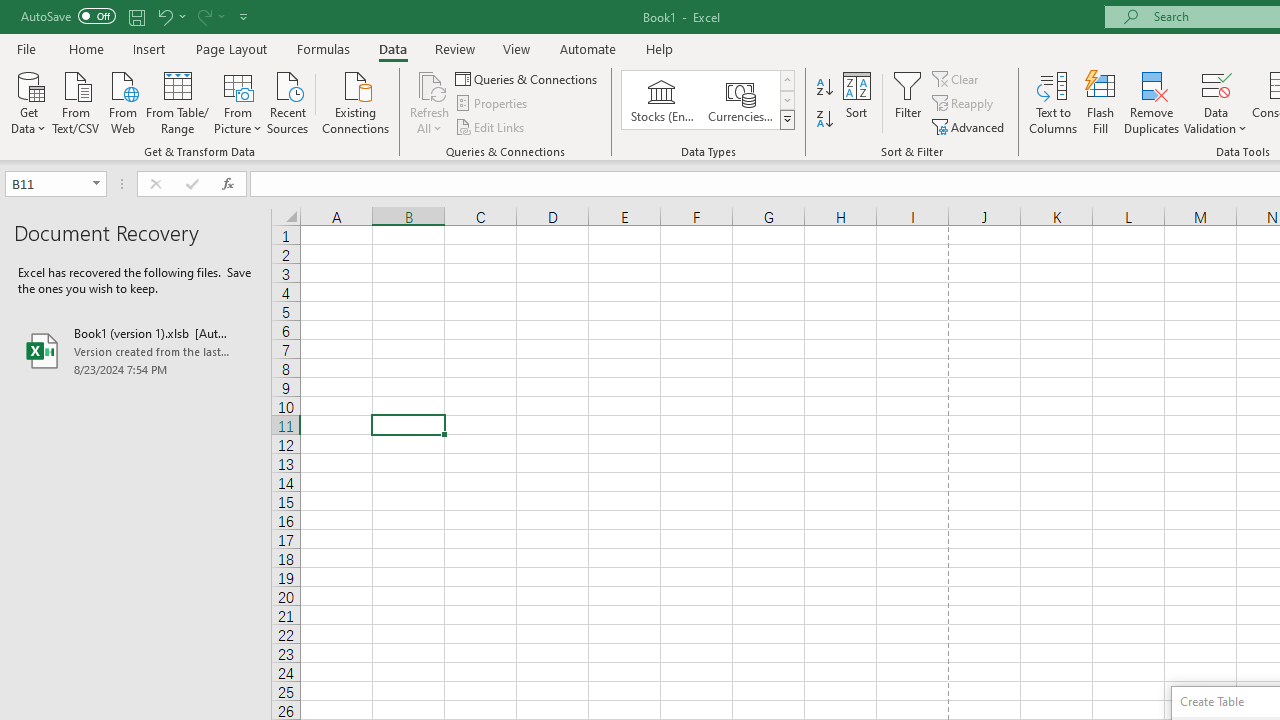 Image resolution: width=1280 pixels, height=720 pixels. Describe the element at coordinates (287, 101) in the screenshot. I see `'Recent Sources'` at that location.